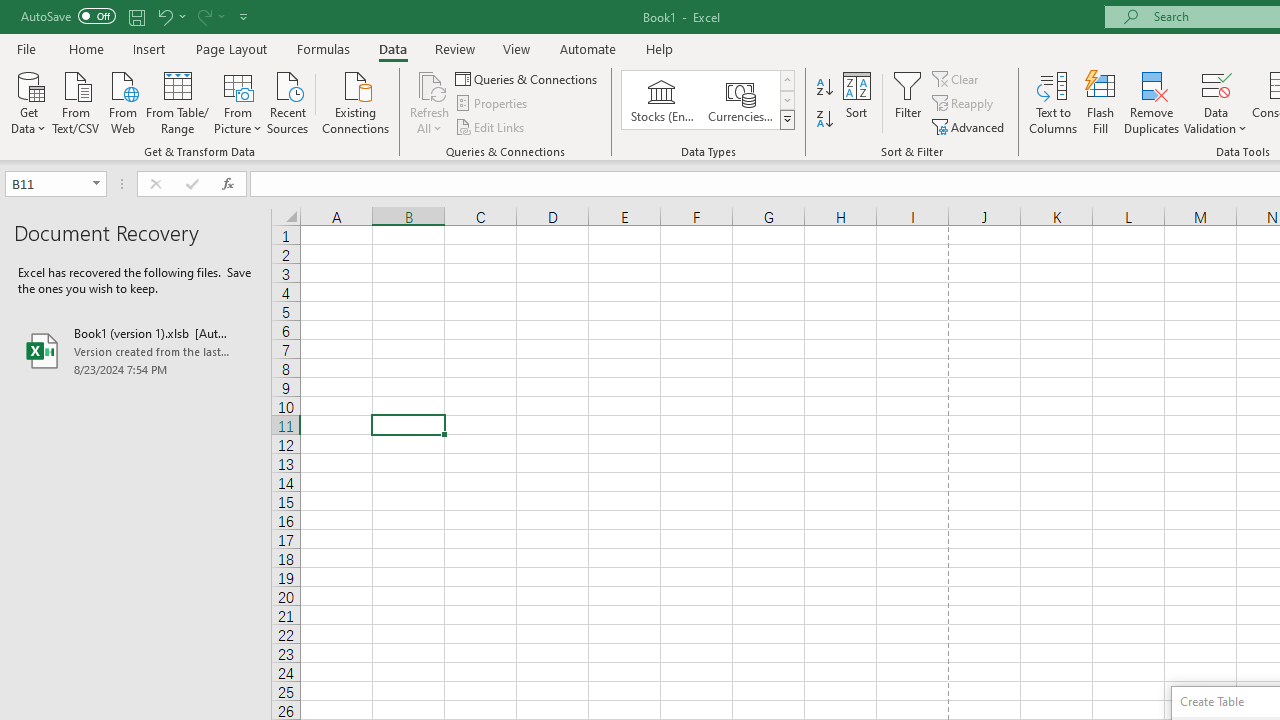 Image resolution: width=1280 pixels, height=720 pixels. Describe the element at coordinates (287, 101) in the screenshot. I see `'Recent Sources'` at that location.